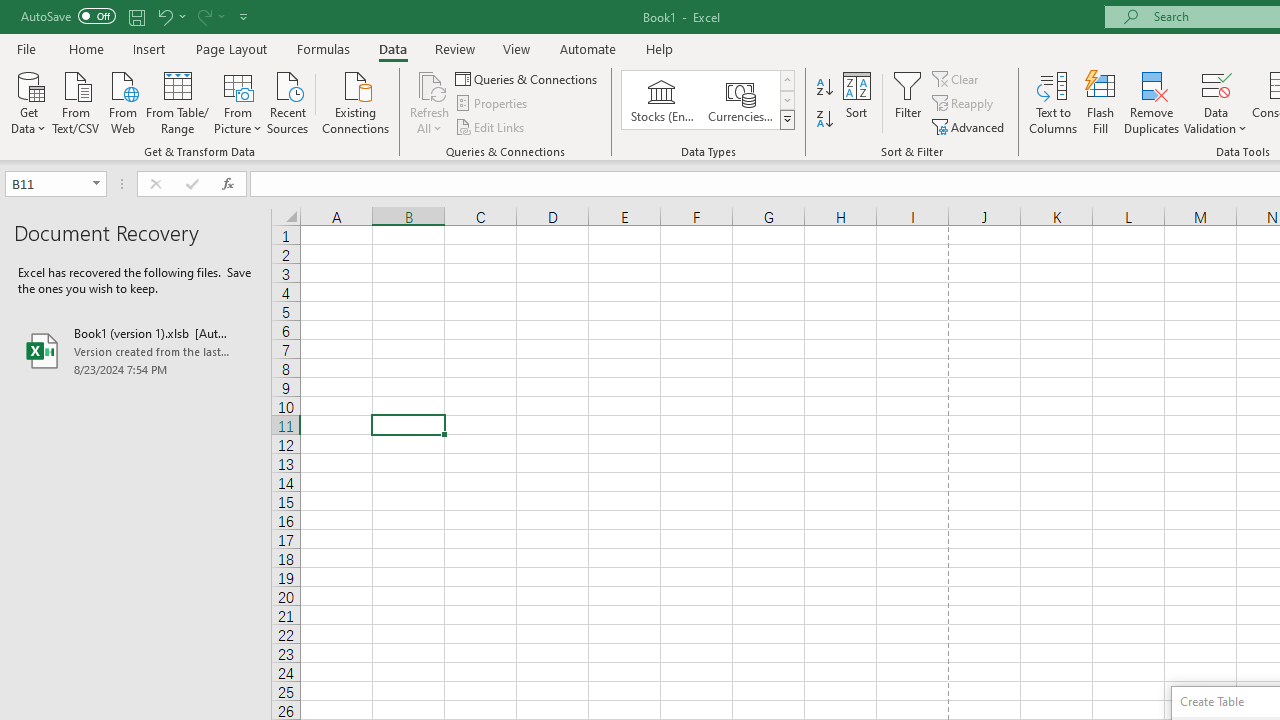 Image resolution: width=1280 pixels, height=720 pixels. Describe the element at coordinates (287, 101) in the screenshot. I see `'Recent Sources'` at that location.